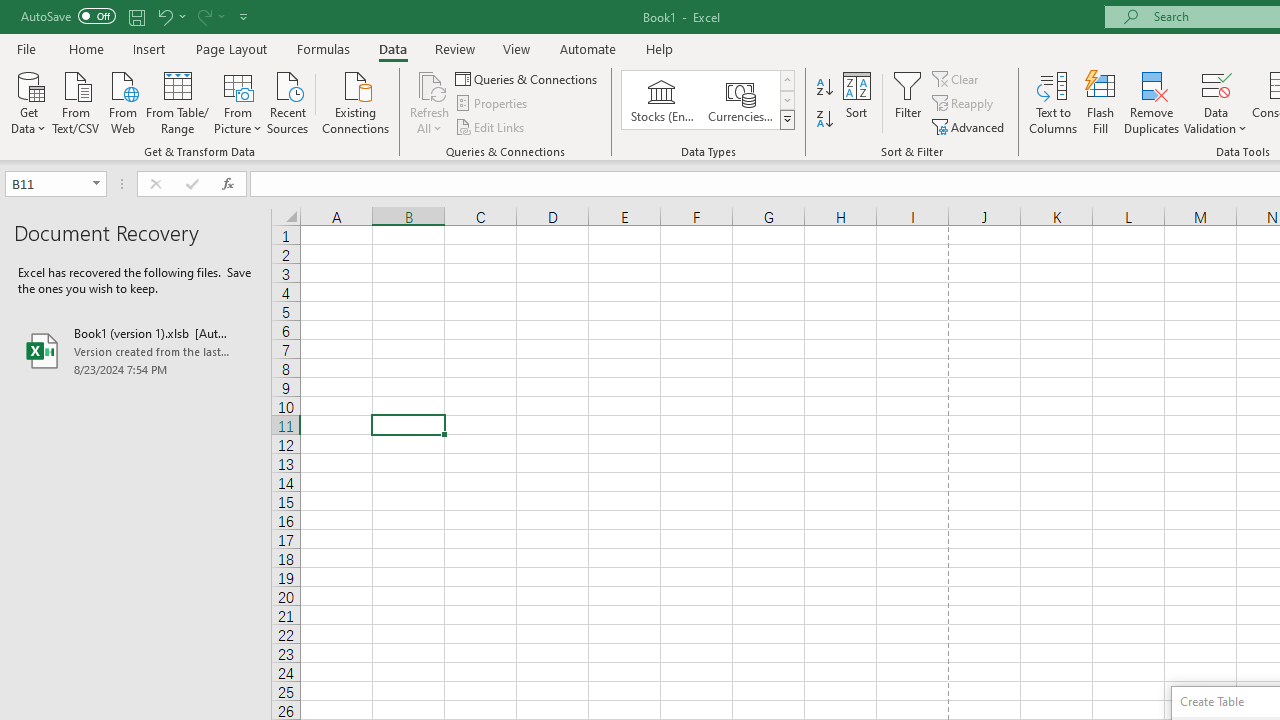 Image resolution: width=1280 pixels, height=720 pixels. Describe the element at coordinates (287, 101) in the screenshot. I see `'Recent Sources'` at that location.